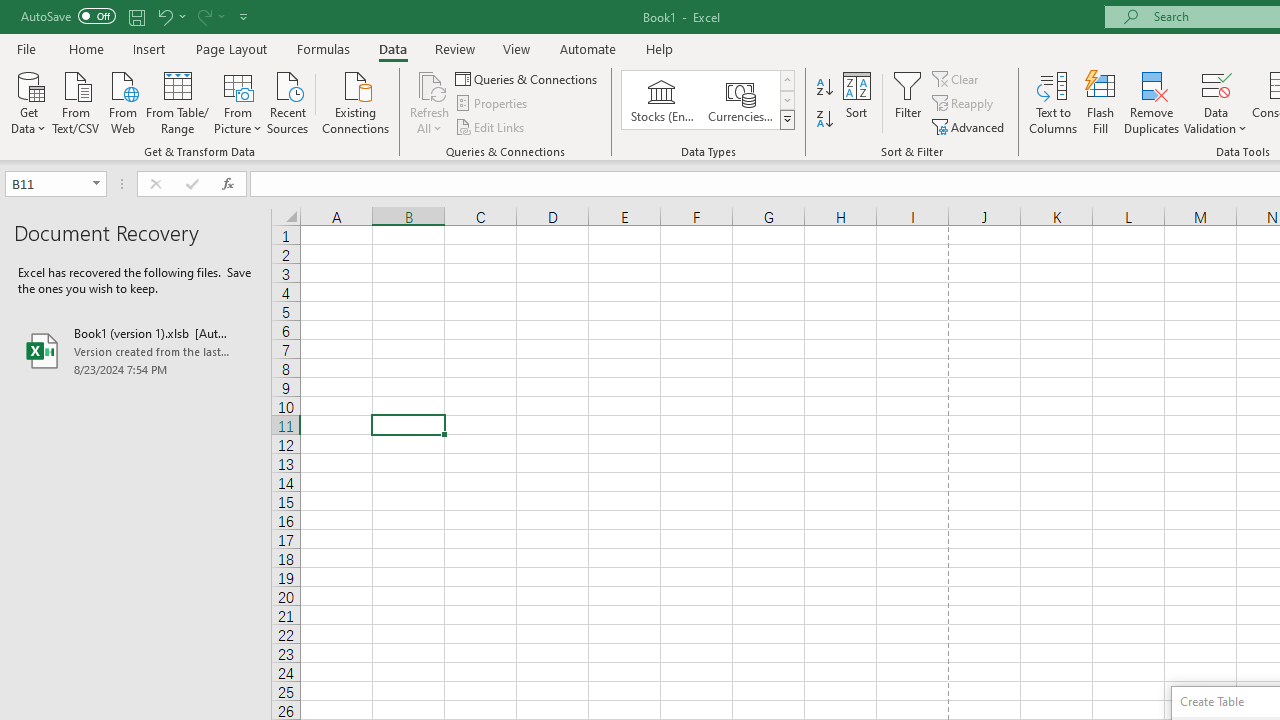 Image resolution: width=1280 pixels, height=720 pixels. Describe the element at coordinates (287, 101) in the screenshot. I see `'Recent Sources'` at that location.